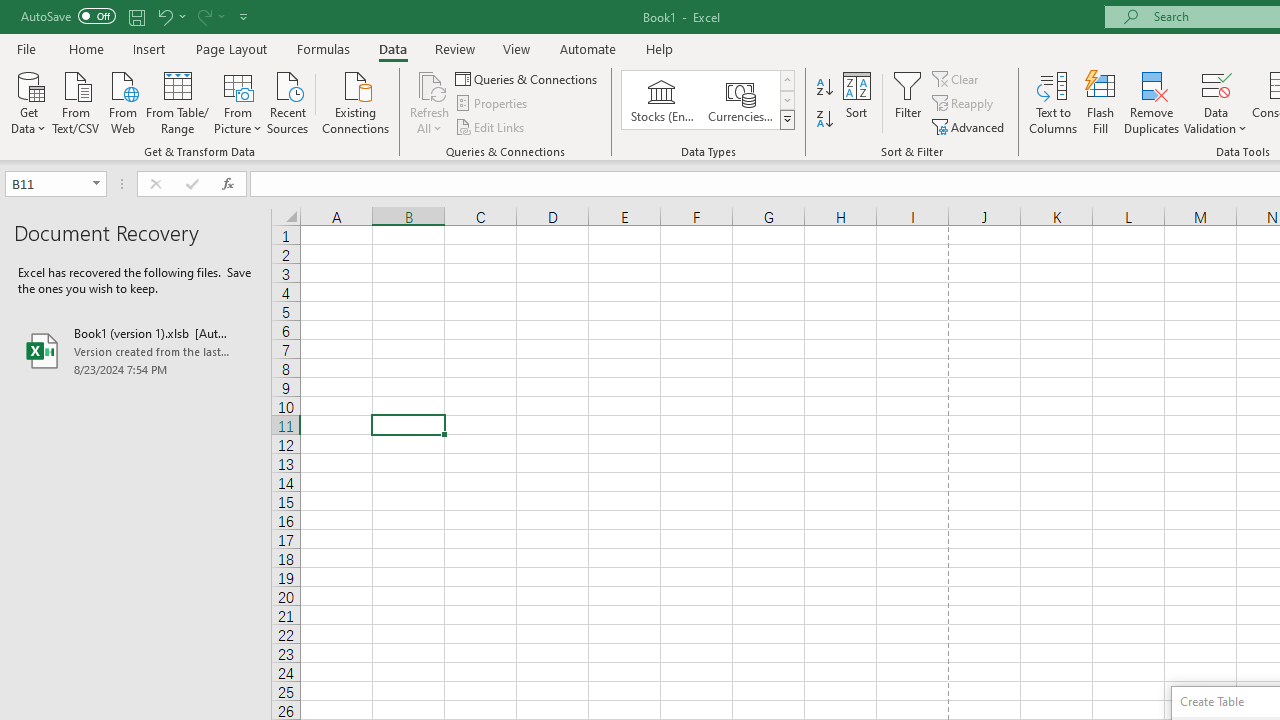 Image resolution: width=1280 pixels, height=720 pixels. Describe the element at coordinates (287, 101) in the screenshot. I see `'Recent Sources'` at that location.